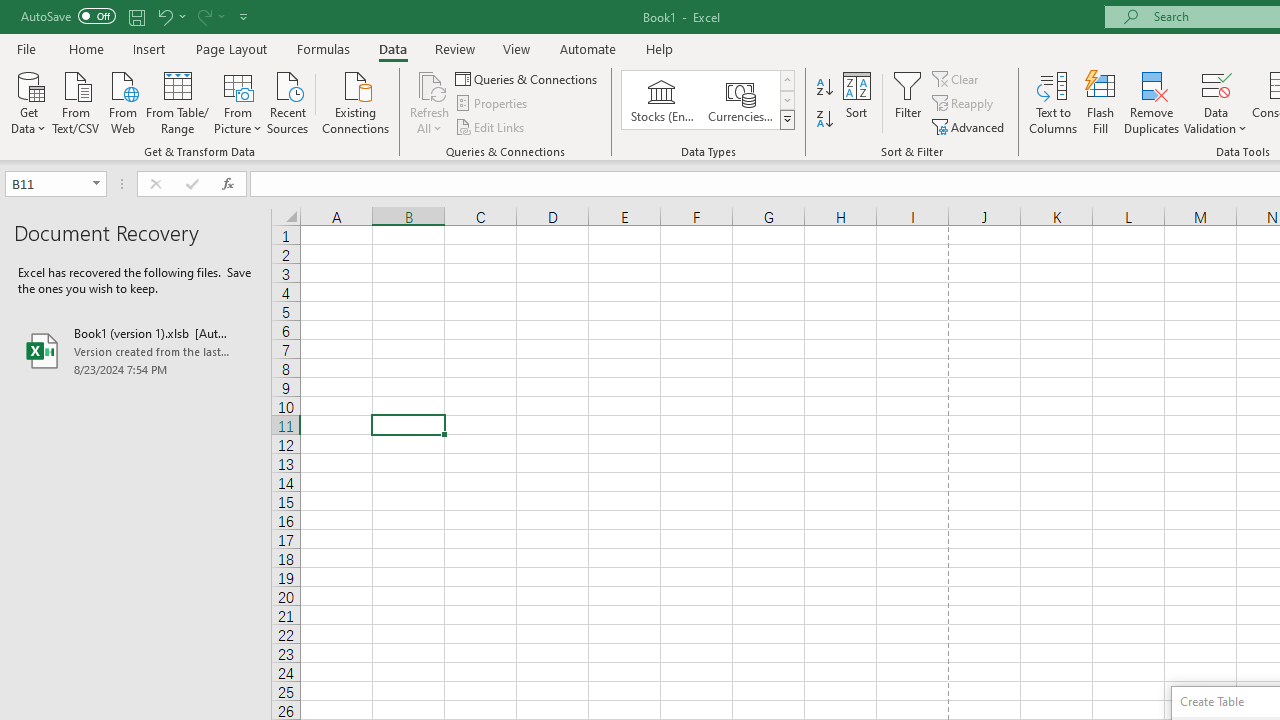 Image resolution: width=1280 pixels, height=720 pixels. Describe the element at coordinates (287, 101) in the screenshot. I see `'Recent Sources'` at that location.